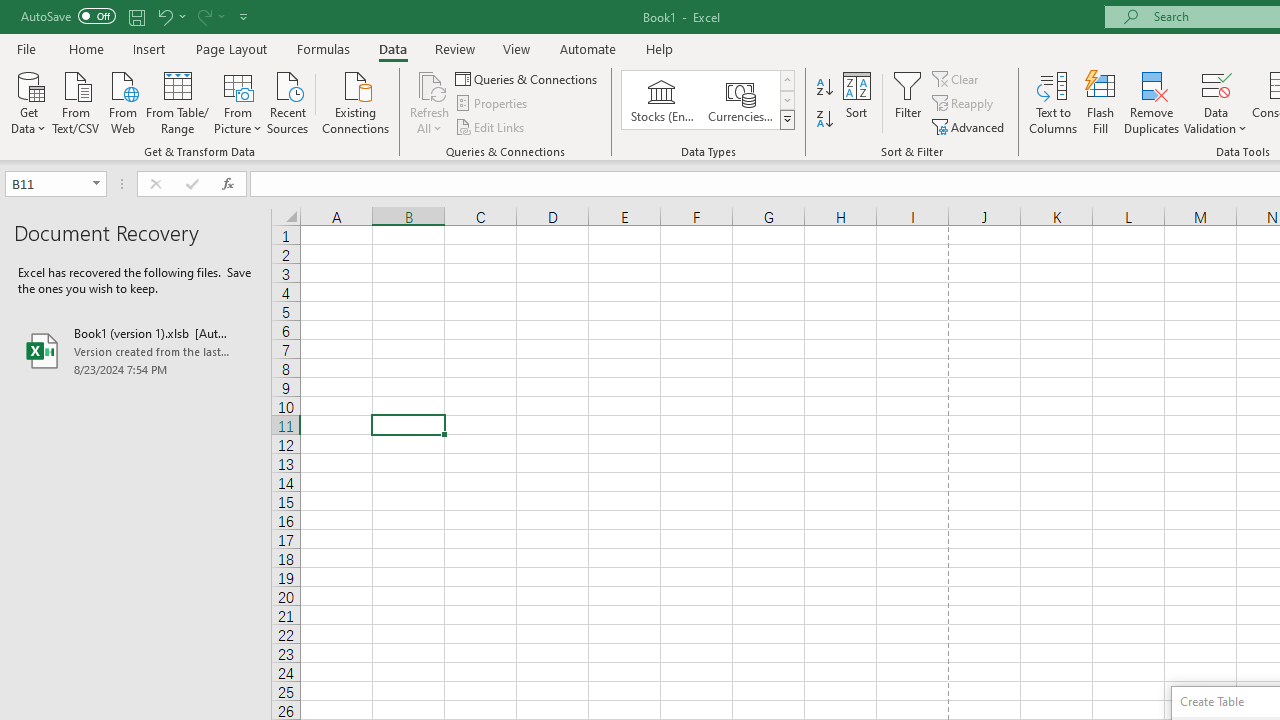 Image resolution: width=1280 pixels, height=720 pixels. Describe the element at coordinates (287, 101) in the screenshot. I see `'Recent Sources'` at that location.